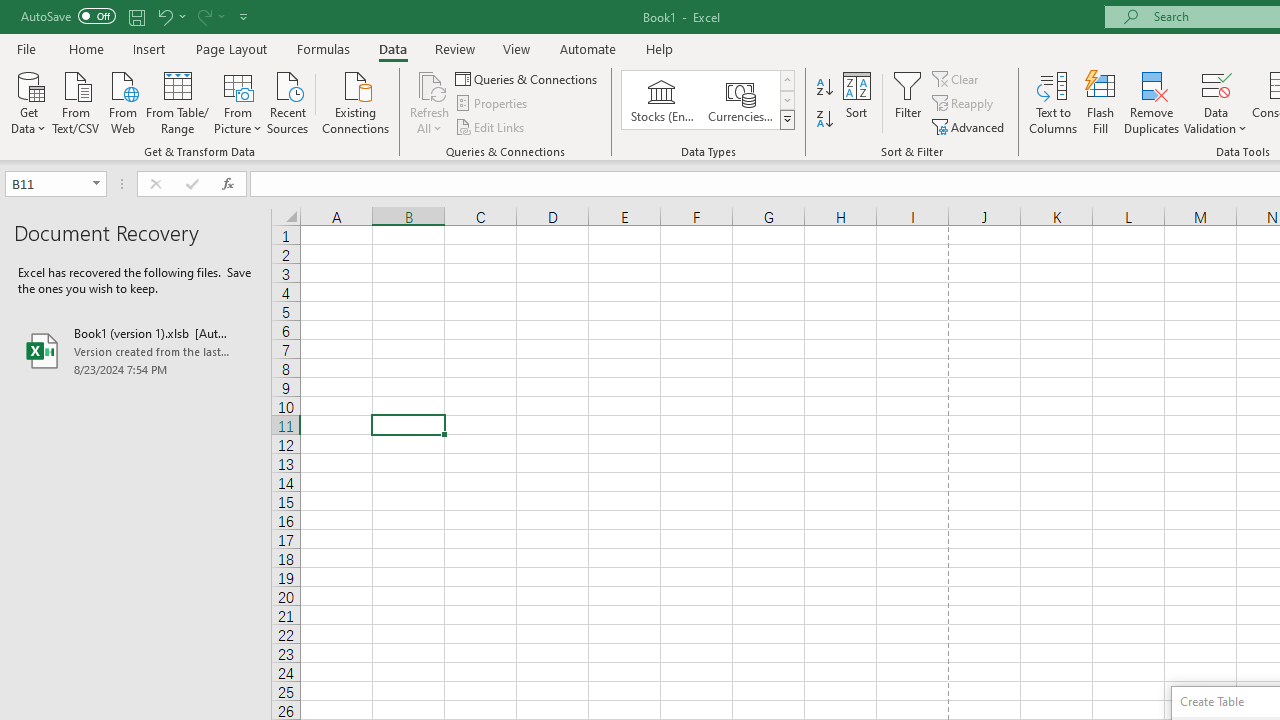 Image resolution: width=1280 pixels, height=720 pixels. Describe the element at coordinates (287, 101) in the screenshot. I see `'Recent Sources'` at that location.